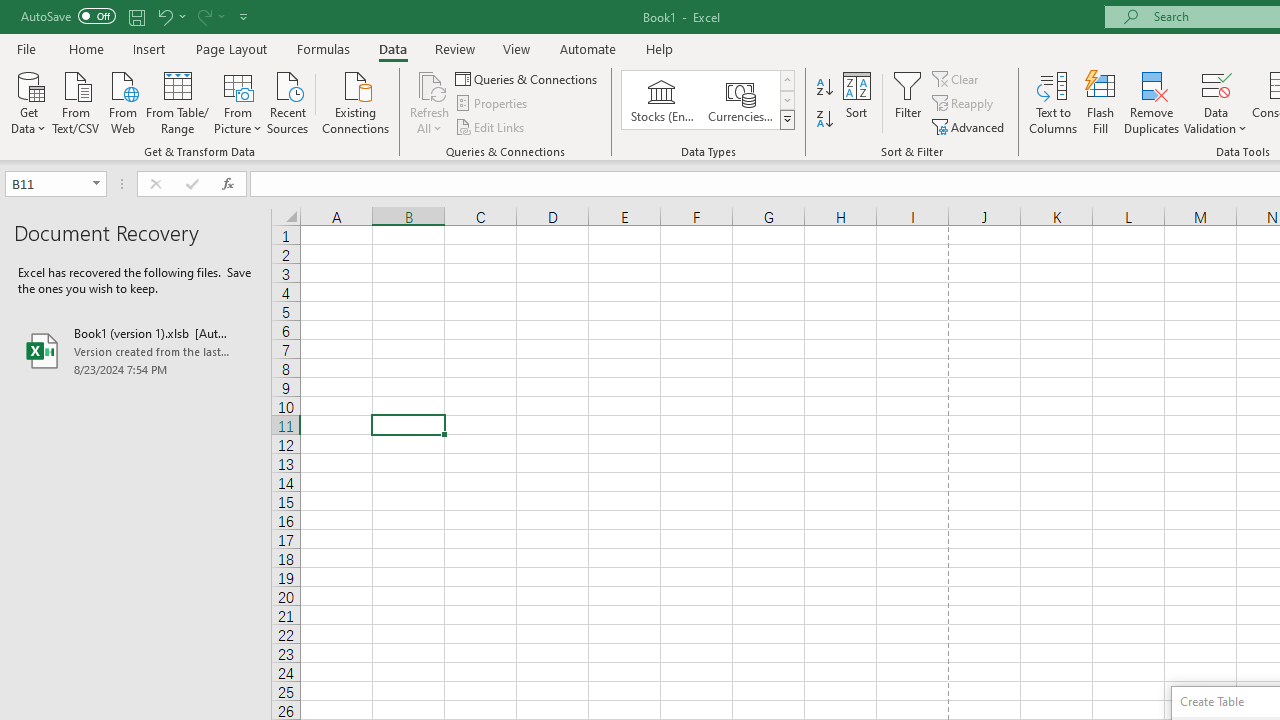 Image resolution: width=1280 pixels, height=720 pixels. Describe the element at coordinates (287, 101) in the screenshot. I see `'Recent Sources'` at that location.